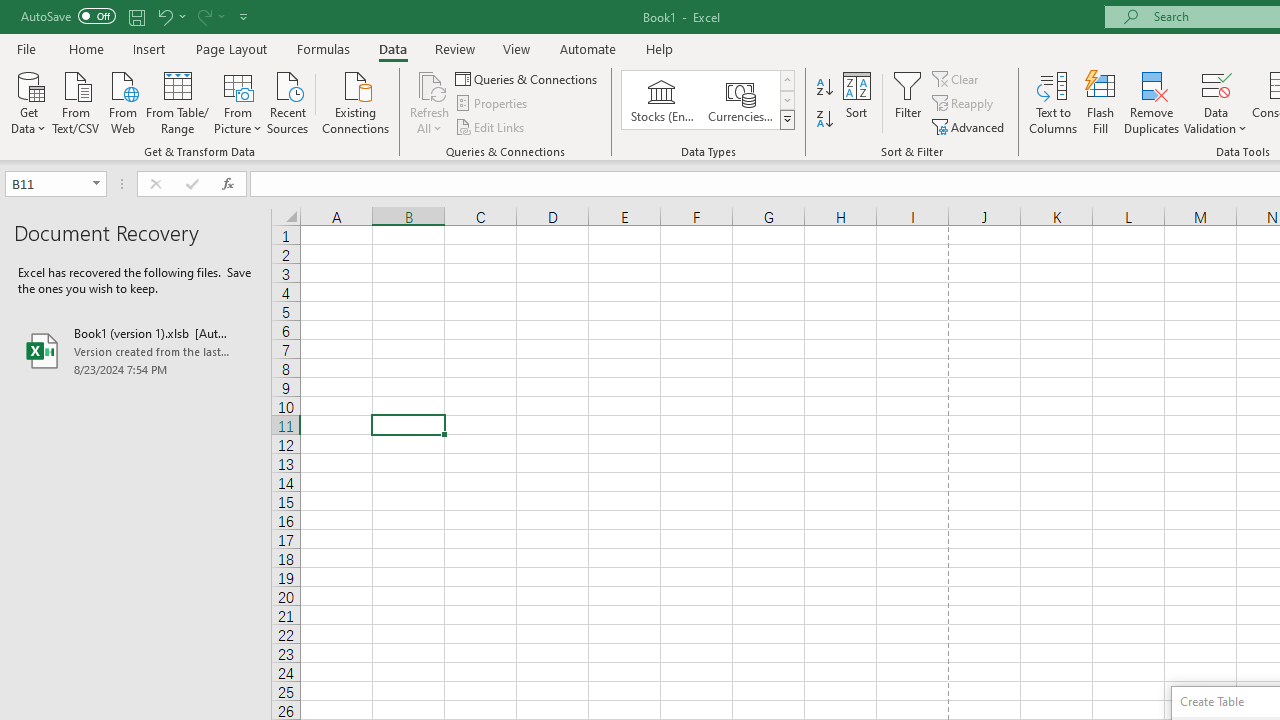 Image resolution: width=1280 pixels, height=720 pixels. Describe the element at coordinates (287, 101) in the screenshot. I see `'Recent Sources'` at that location.